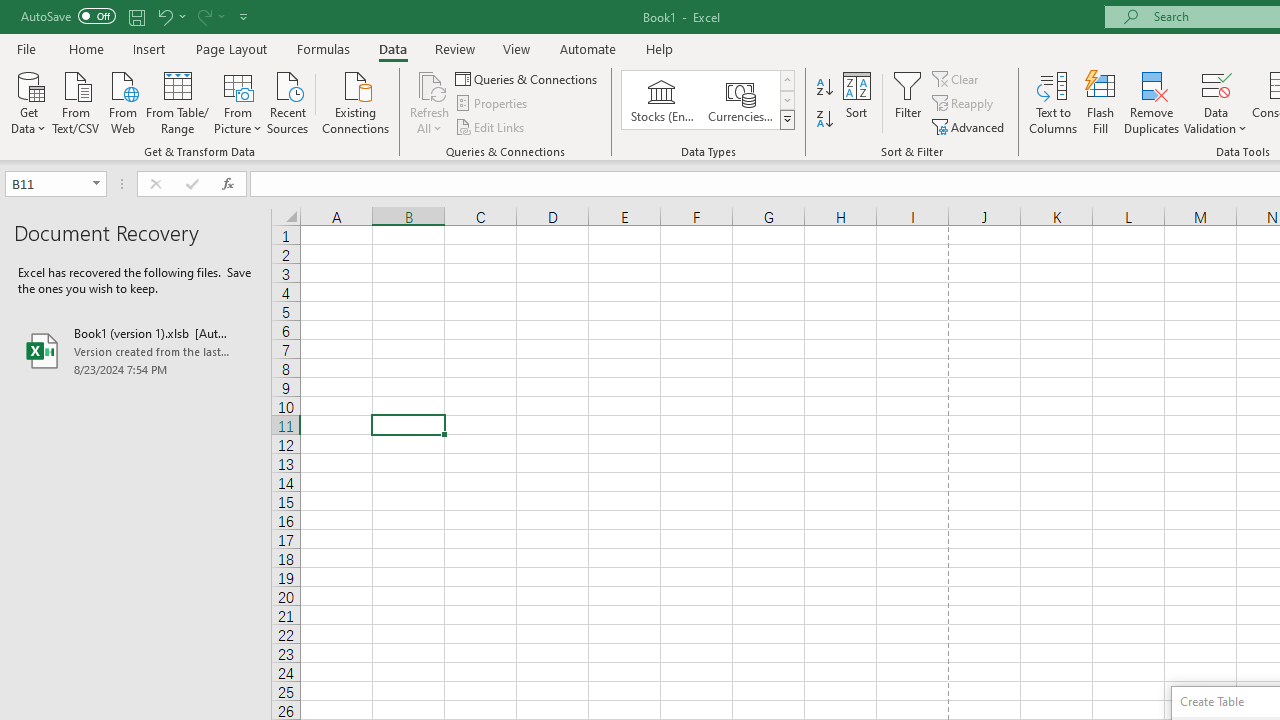 Image resolution: width=1280 pixels, height=720 pixels. Describe the element at coordinates (287, 101) in the screenshot. I see `'Recent Sources'` at that location.